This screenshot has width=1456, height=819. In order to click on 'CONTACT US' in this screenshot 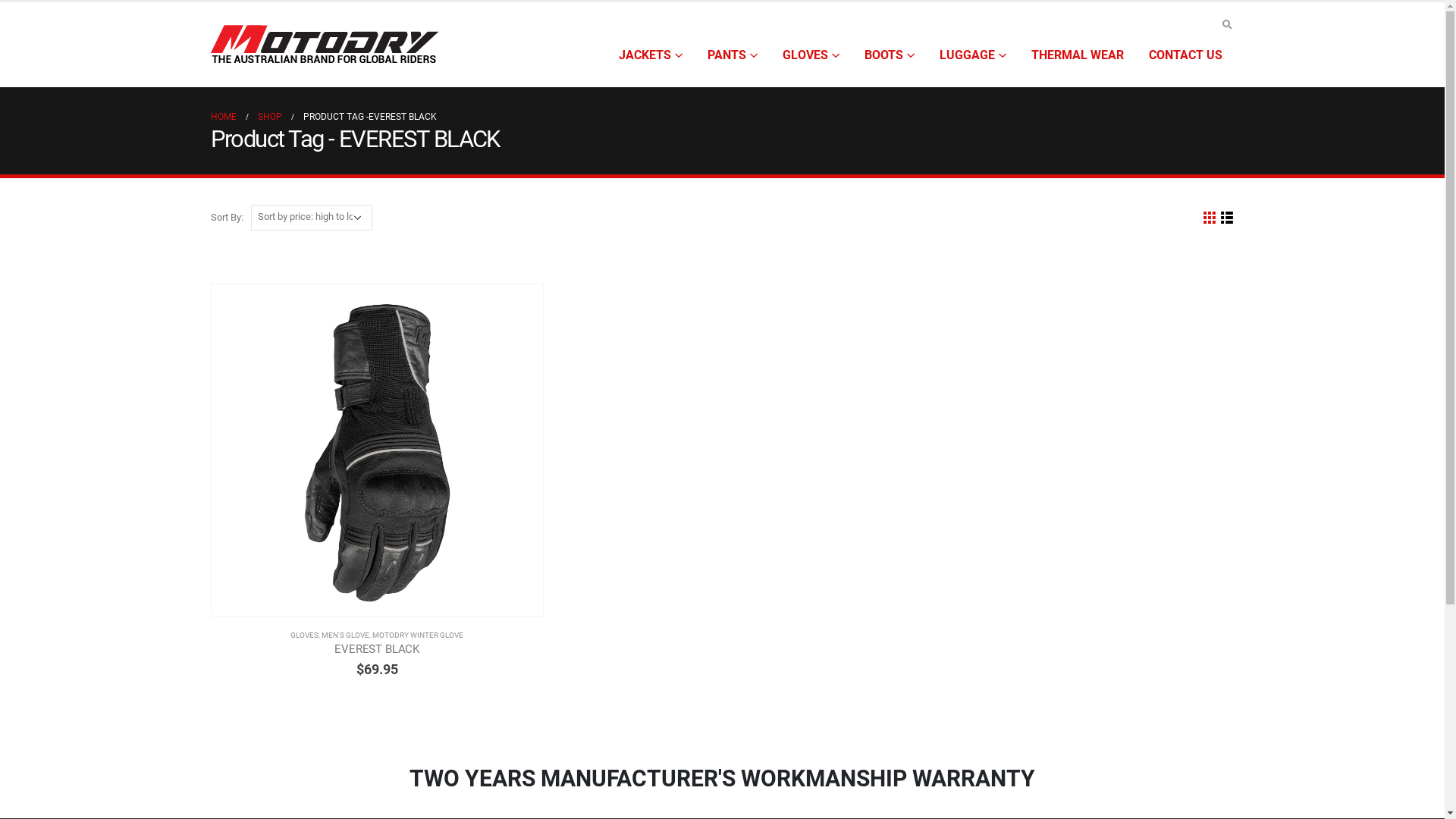, I will do `click(1184, 55)`.